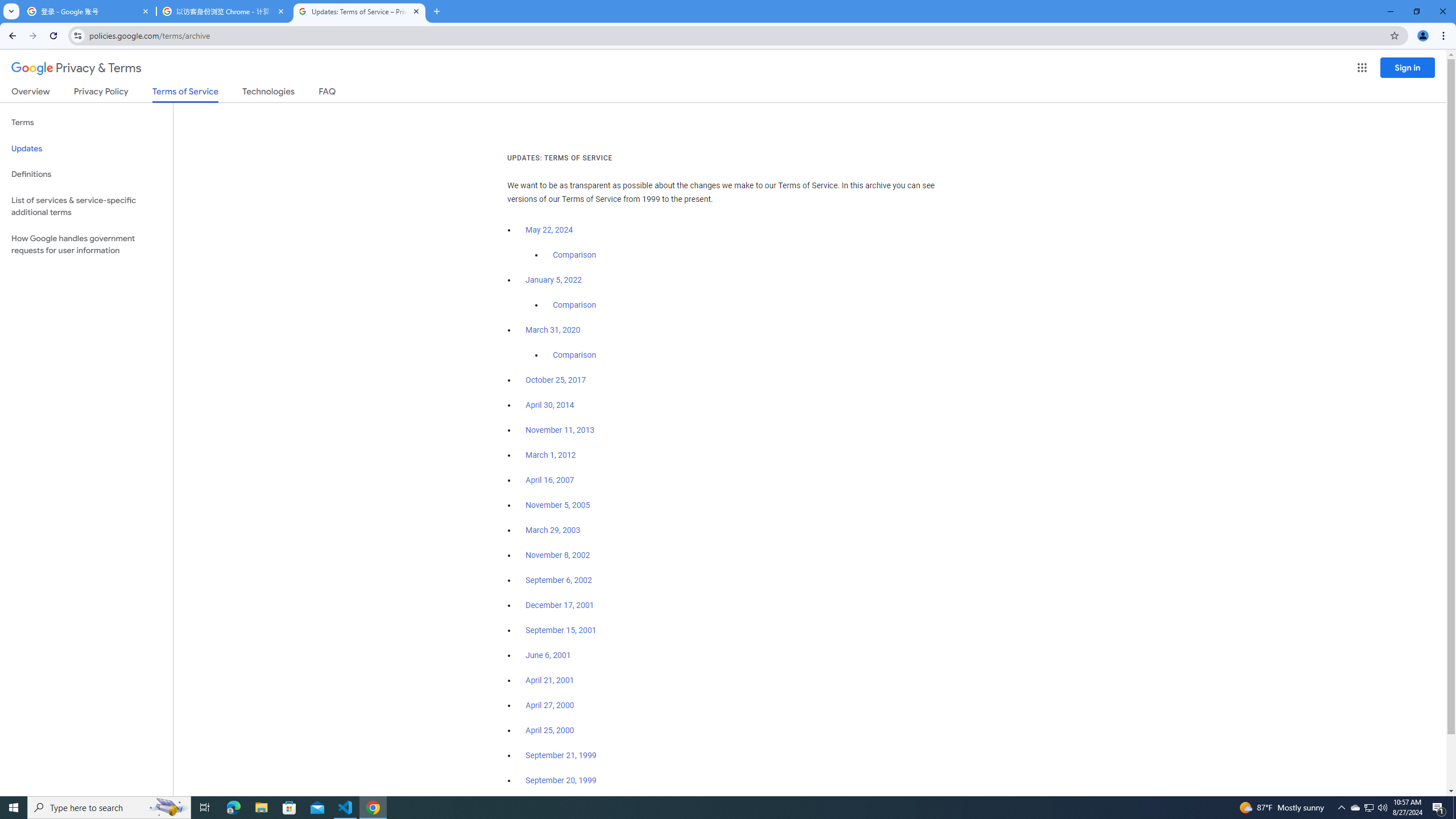 The width and height of the screenshot is (1456, 819). What do you see at coordinates (552, 330) in the screenshot?
I see `'March 31, 2020'` at bounding box center [552, 330].